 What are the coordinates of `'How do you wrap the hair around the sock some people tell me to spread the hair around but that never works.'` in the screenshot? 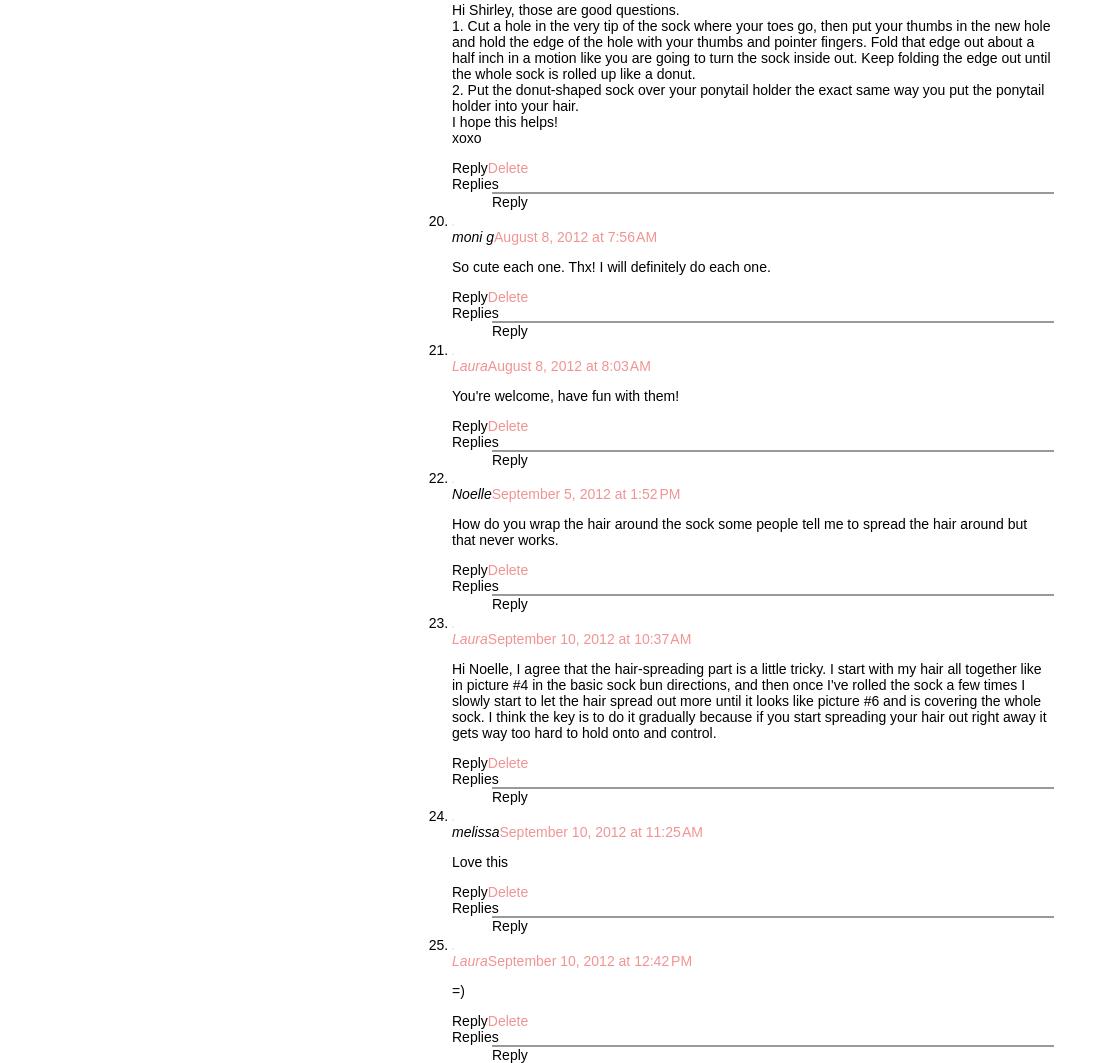 It's located at (450, 532).